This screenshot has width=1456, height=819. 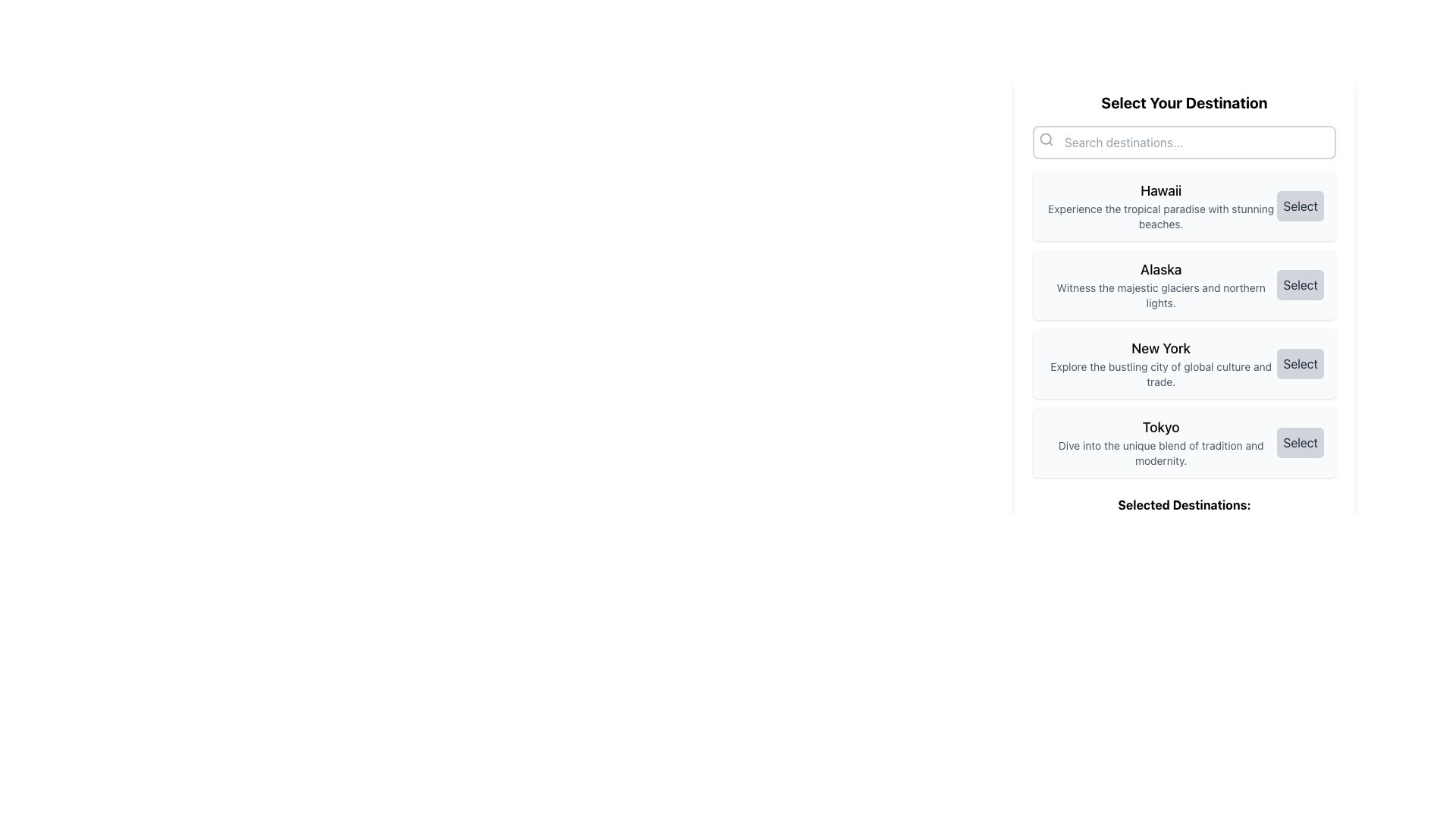 I want to click on the magnifying glass icon representing the search function, located at the top-left corner of the search input field in the 'Select Your Destination' component, so click(x=1046, y=140).